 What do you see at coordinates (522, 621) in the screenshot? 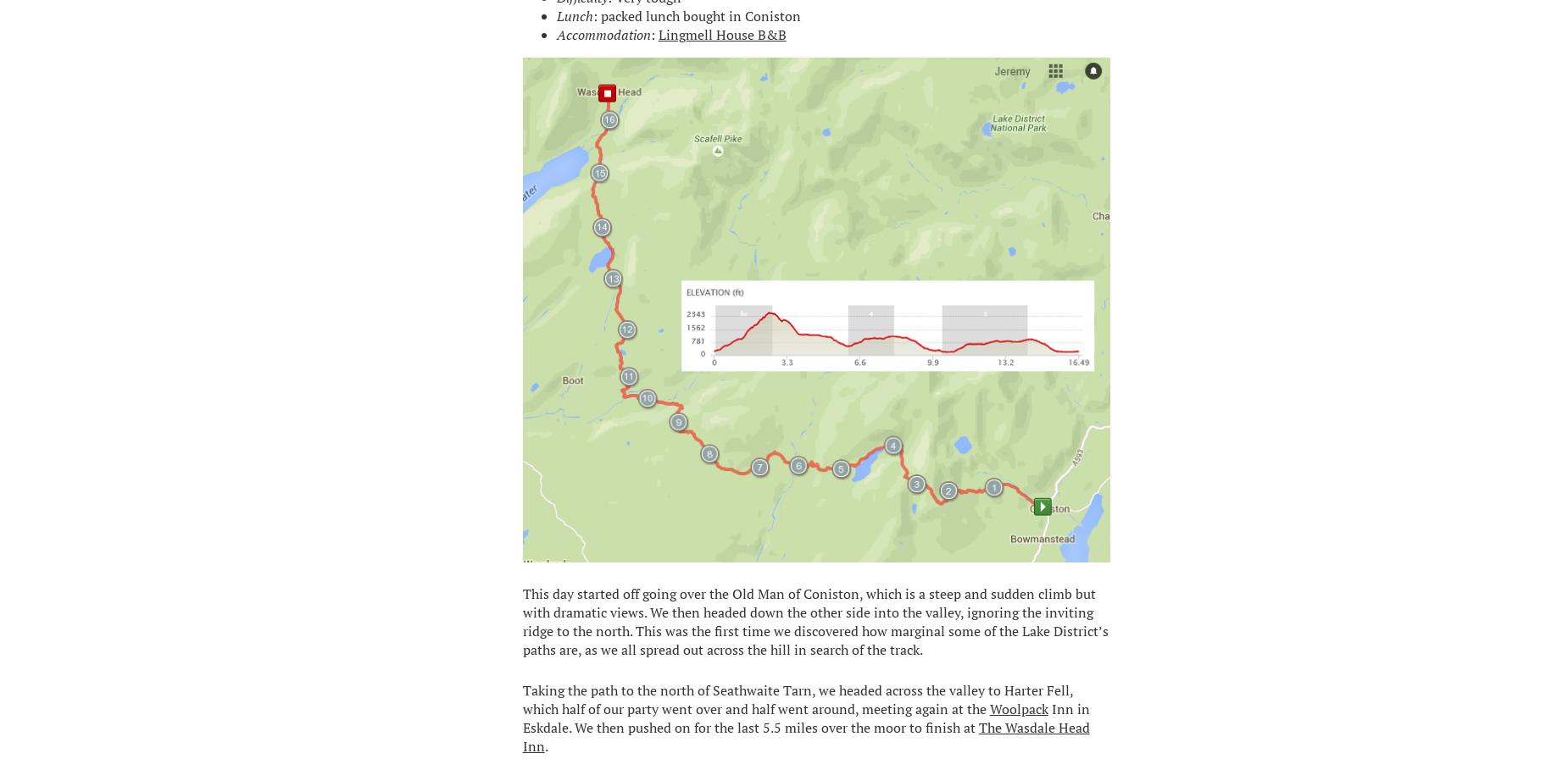
I see `'This day started off going over the Old Man of Coniston, which is a steep and sudden climb but with dramatic views.  We then headed down the other side into the valley, ignoring the inviting ridge to the north.  This was the first time we discovered how marginal some of the Lake District’s paths are, as we all spread out across the hill in search of the track.'` at bounding box center [522, 621].